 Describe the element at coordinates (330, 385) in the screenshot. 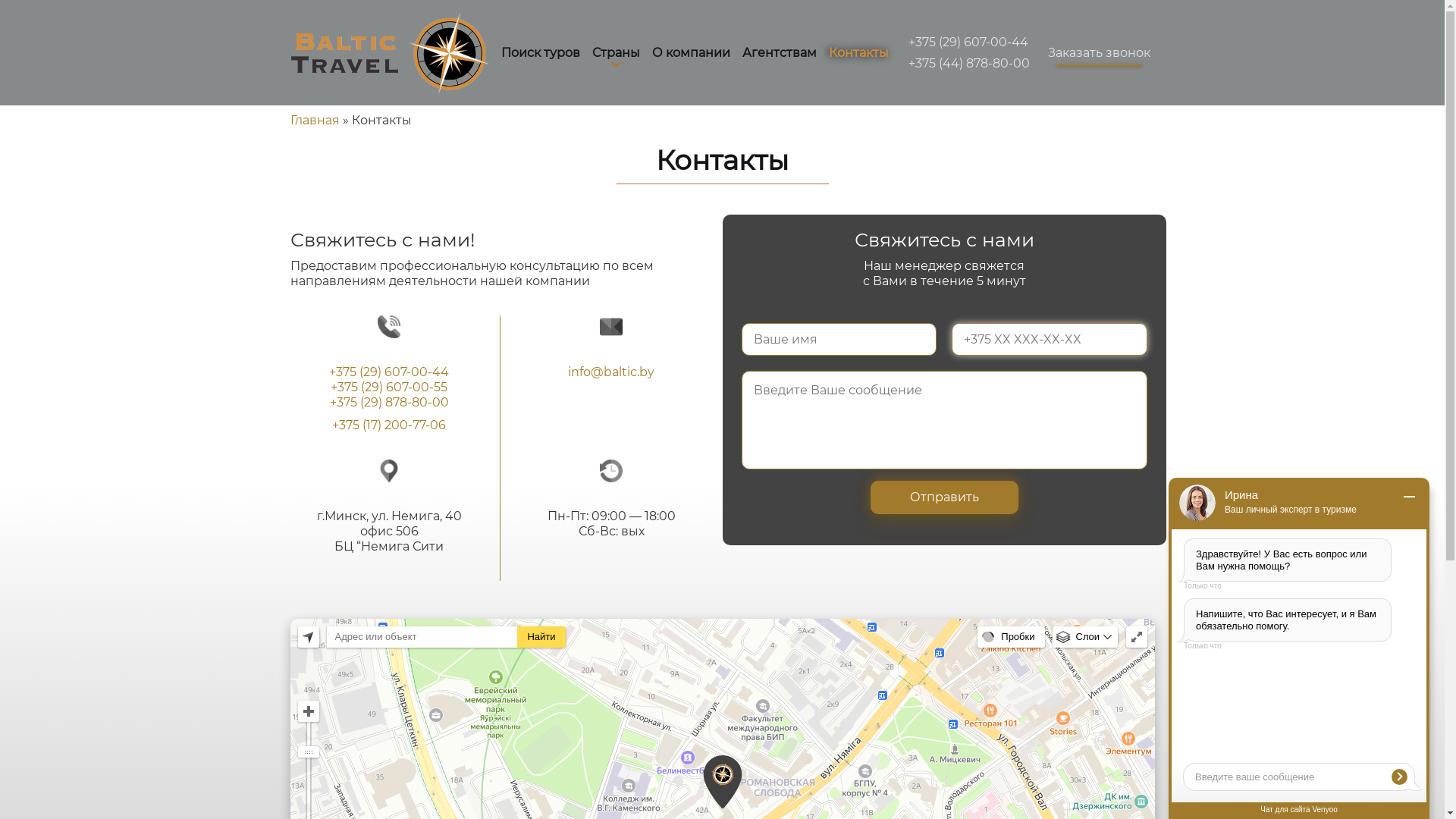

I see `'+375 (29) 607-00-55'` at that location.